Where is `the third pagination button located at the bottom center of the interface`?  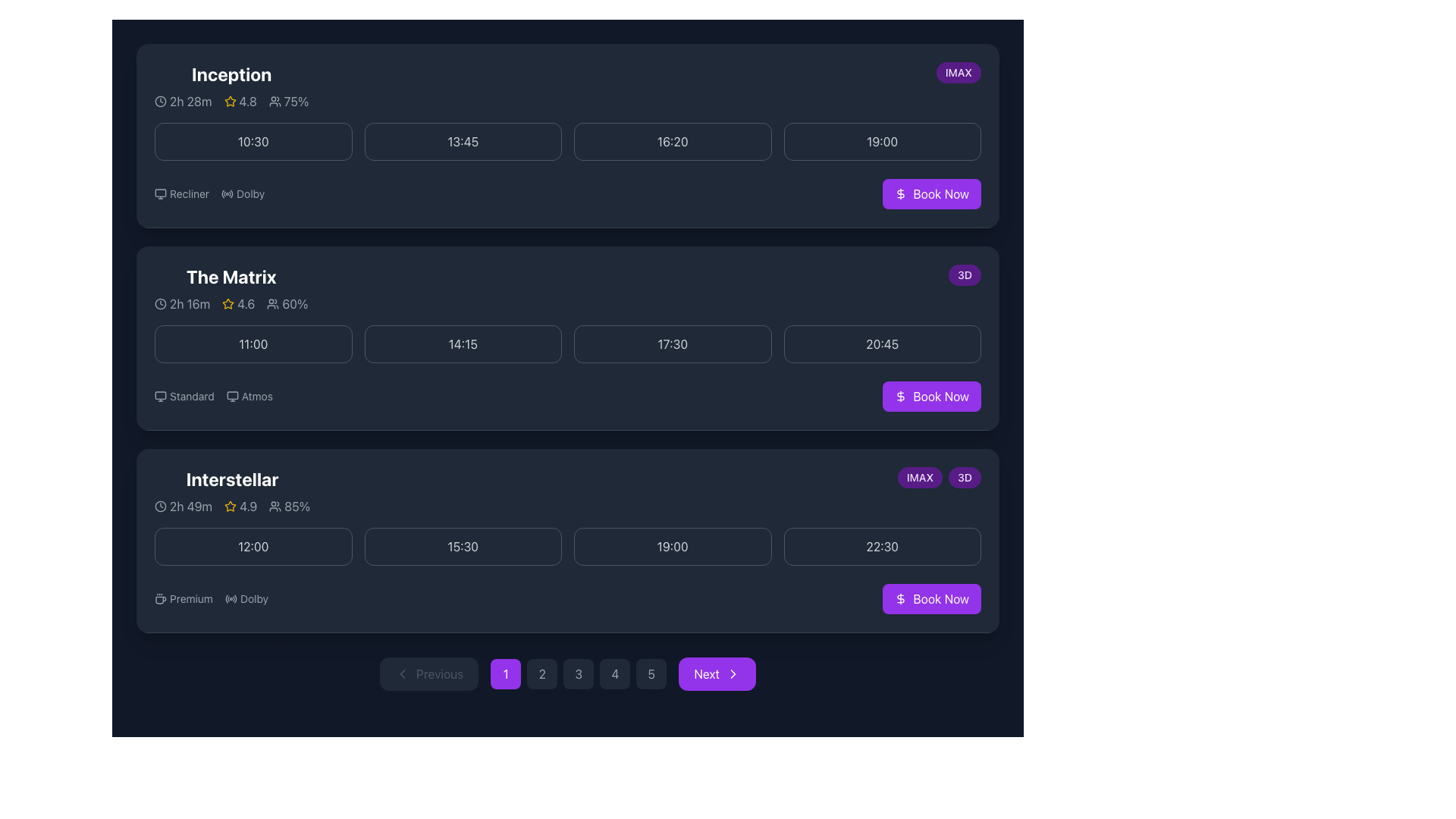 the third pagination button located at the bottom center of the interface is located at coordinates (566, 673).